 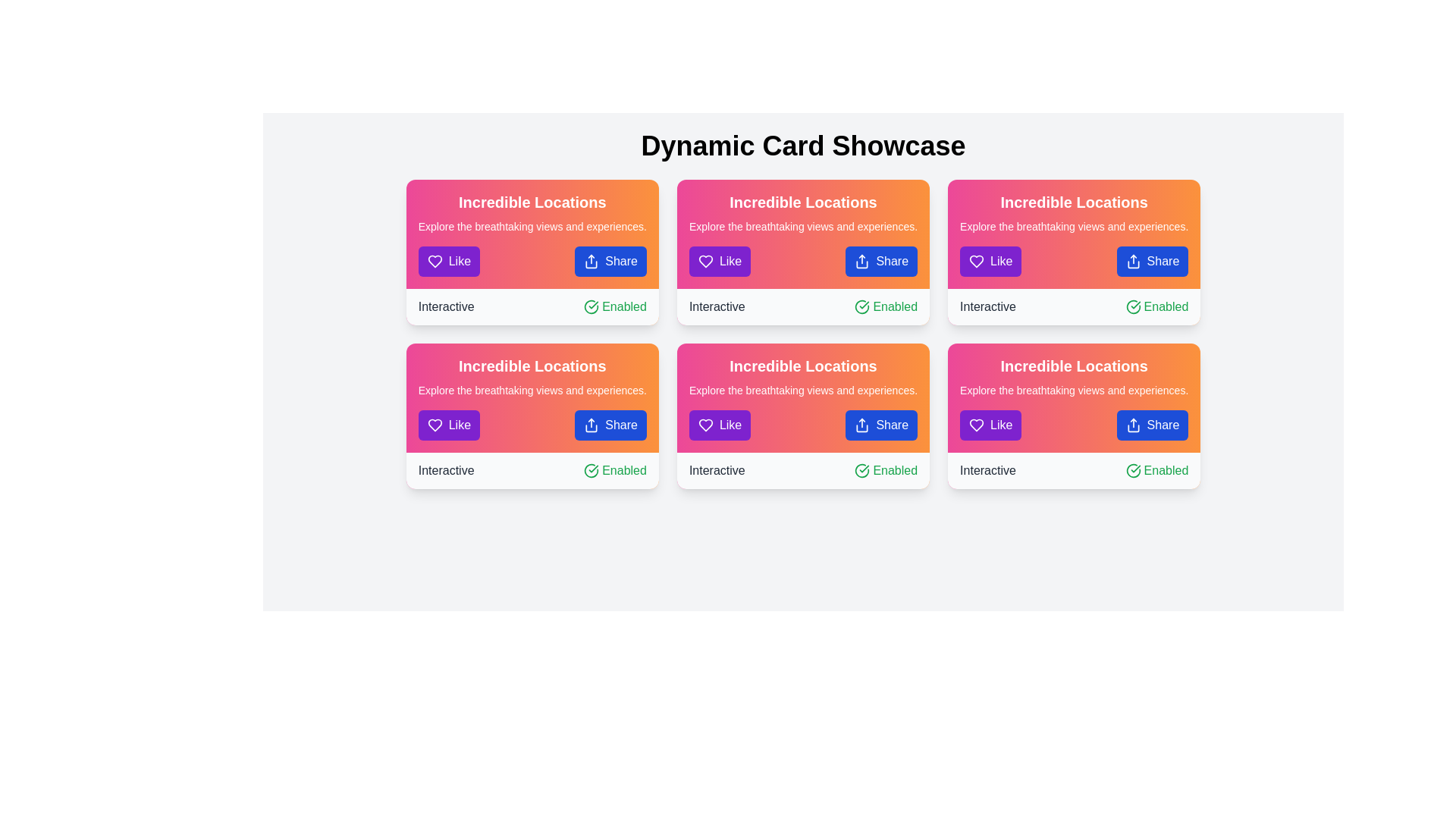 What do you see at coordinates (1073, 425) in the screenshot?
I see `the 'Share' button in the Interactive Button Group located in the lower section of the fourth card titled 'Incredible Locations'` at bounding box center [1073, 425].